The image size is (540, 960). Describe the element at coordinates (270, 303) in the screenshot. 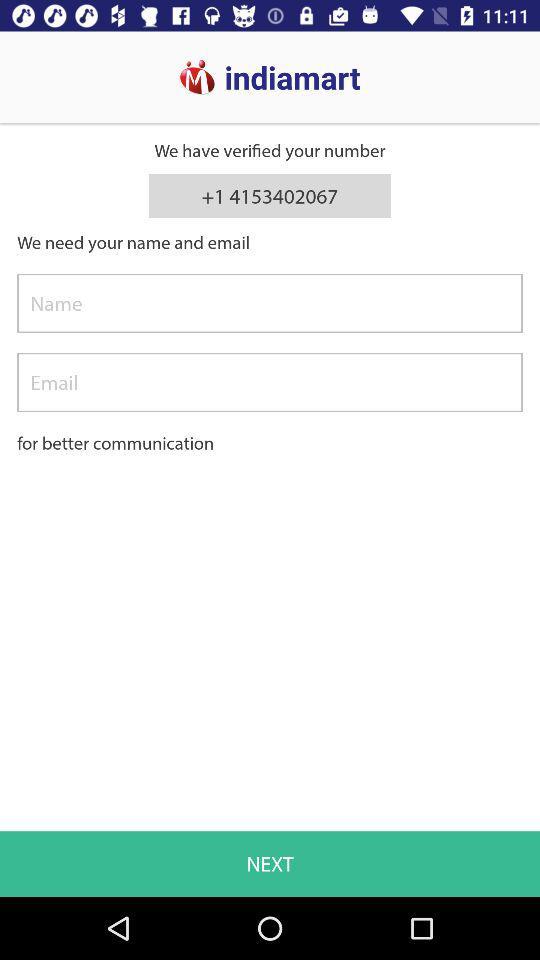

I see `your name` at that location.